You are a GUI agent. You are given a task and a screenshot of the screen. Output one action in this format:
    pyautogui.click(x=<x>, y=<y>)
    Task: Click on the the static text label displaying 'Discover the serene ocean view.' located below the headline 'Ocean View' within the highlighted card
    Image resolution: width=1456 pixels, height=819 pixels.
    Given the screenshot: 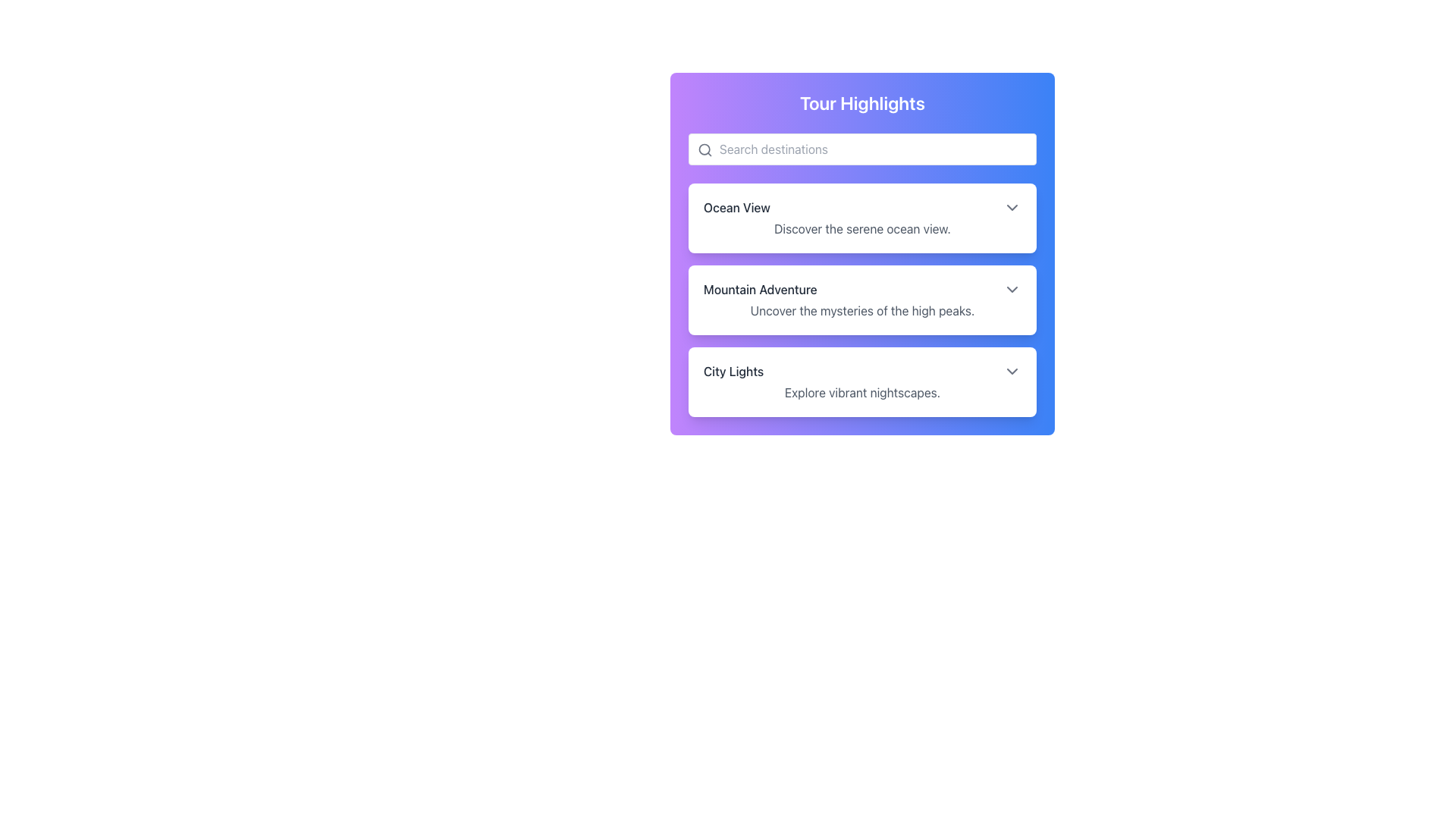 What is the action you would take?
    pyautogui.click(x=862, y=228)
    